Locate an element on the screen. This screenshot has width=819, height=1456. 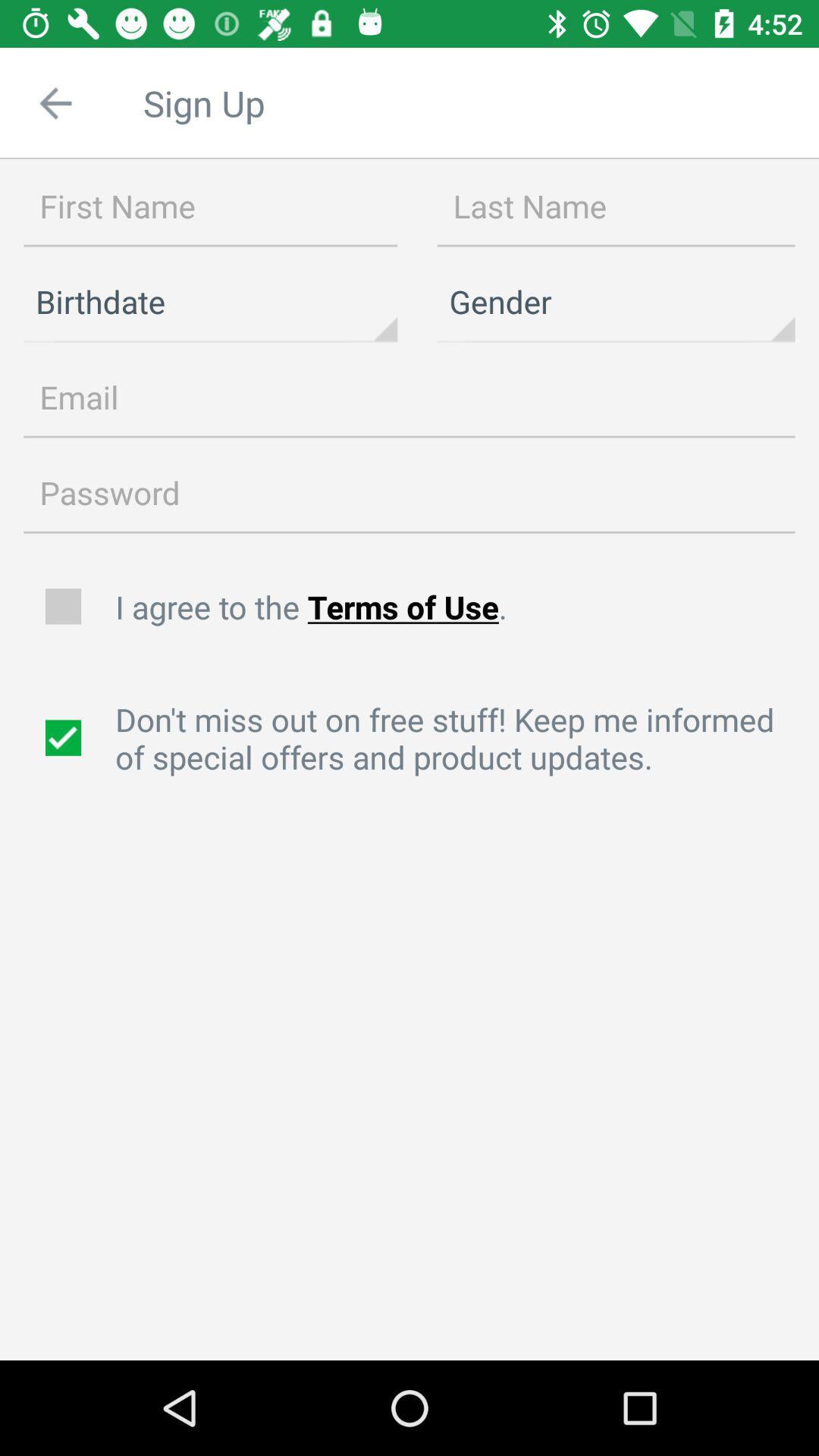
the gender icon is located at coordinates (616, 302).